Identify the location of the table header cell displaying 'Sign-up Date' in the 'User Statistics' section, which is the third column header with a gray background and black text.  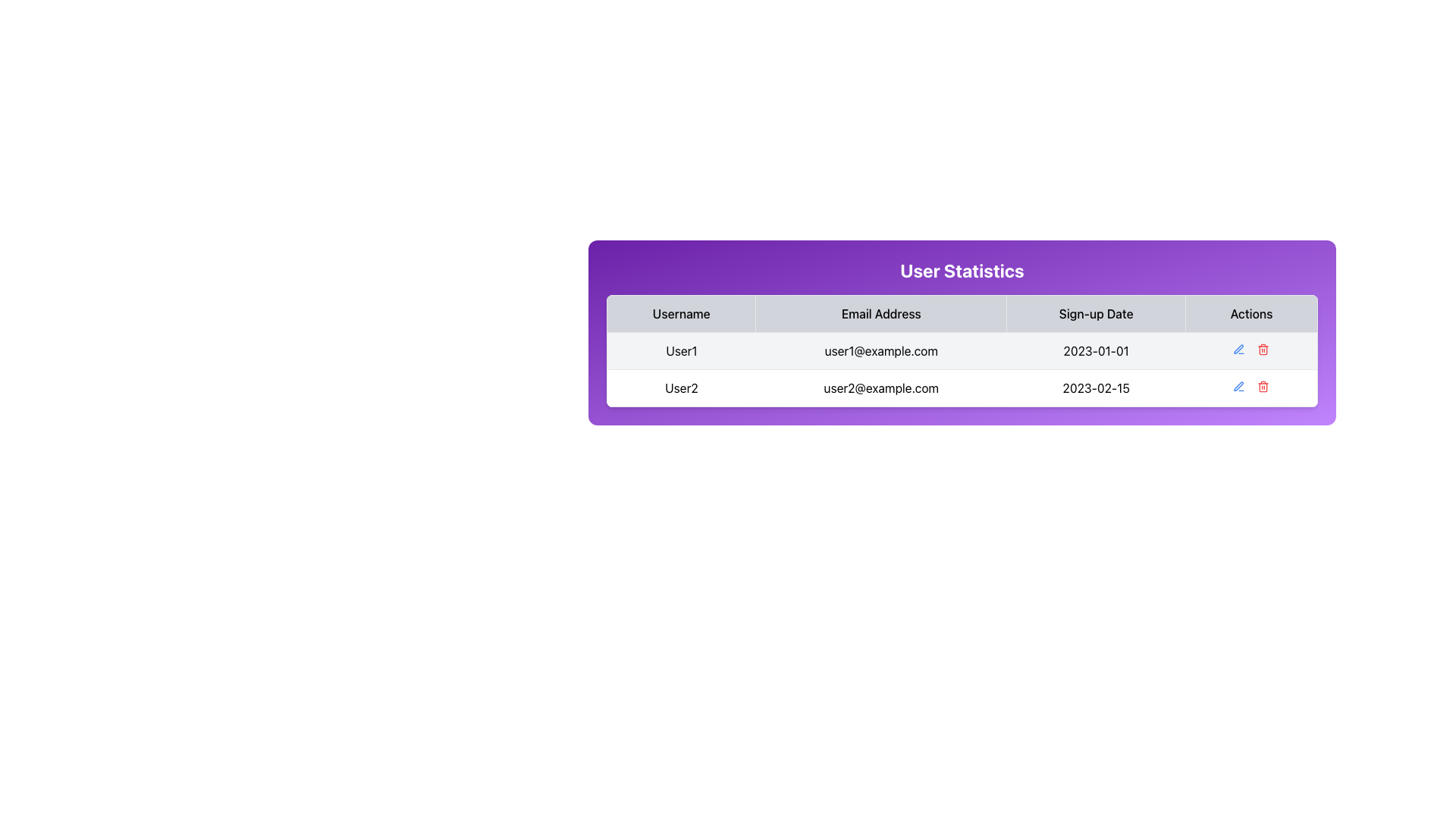
(1096, 312).